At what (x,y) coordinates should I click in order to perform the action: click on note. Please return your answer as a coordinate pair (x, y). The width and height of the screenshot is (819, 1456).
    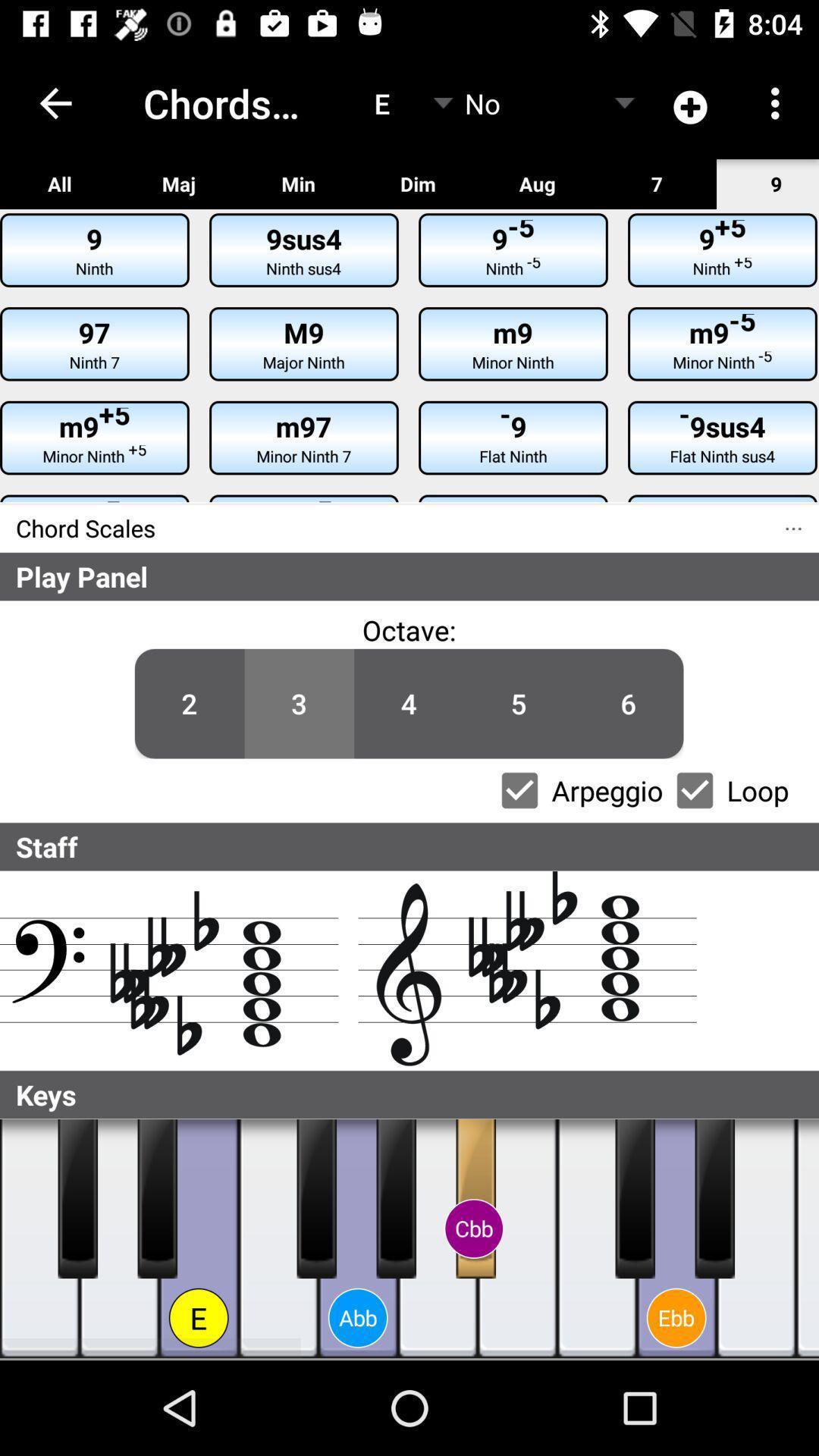
    Looking at the image, I should click on (475, 1197).